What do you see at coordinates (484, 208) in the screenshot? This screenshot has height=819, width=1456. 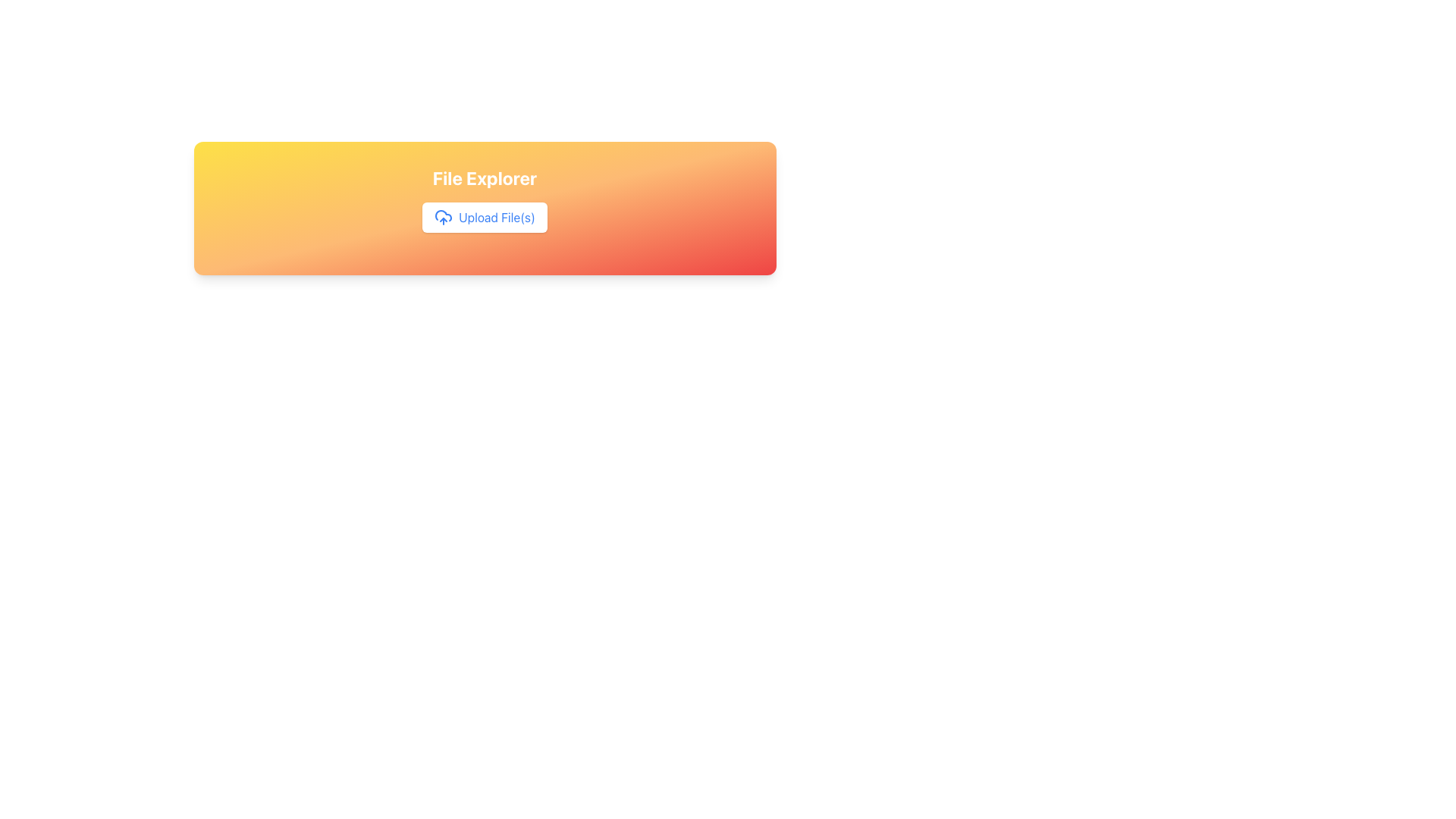 I see `the 'Upload File(s)' button in the file management interface to initiate file selection` at bounding box center [484, 208].